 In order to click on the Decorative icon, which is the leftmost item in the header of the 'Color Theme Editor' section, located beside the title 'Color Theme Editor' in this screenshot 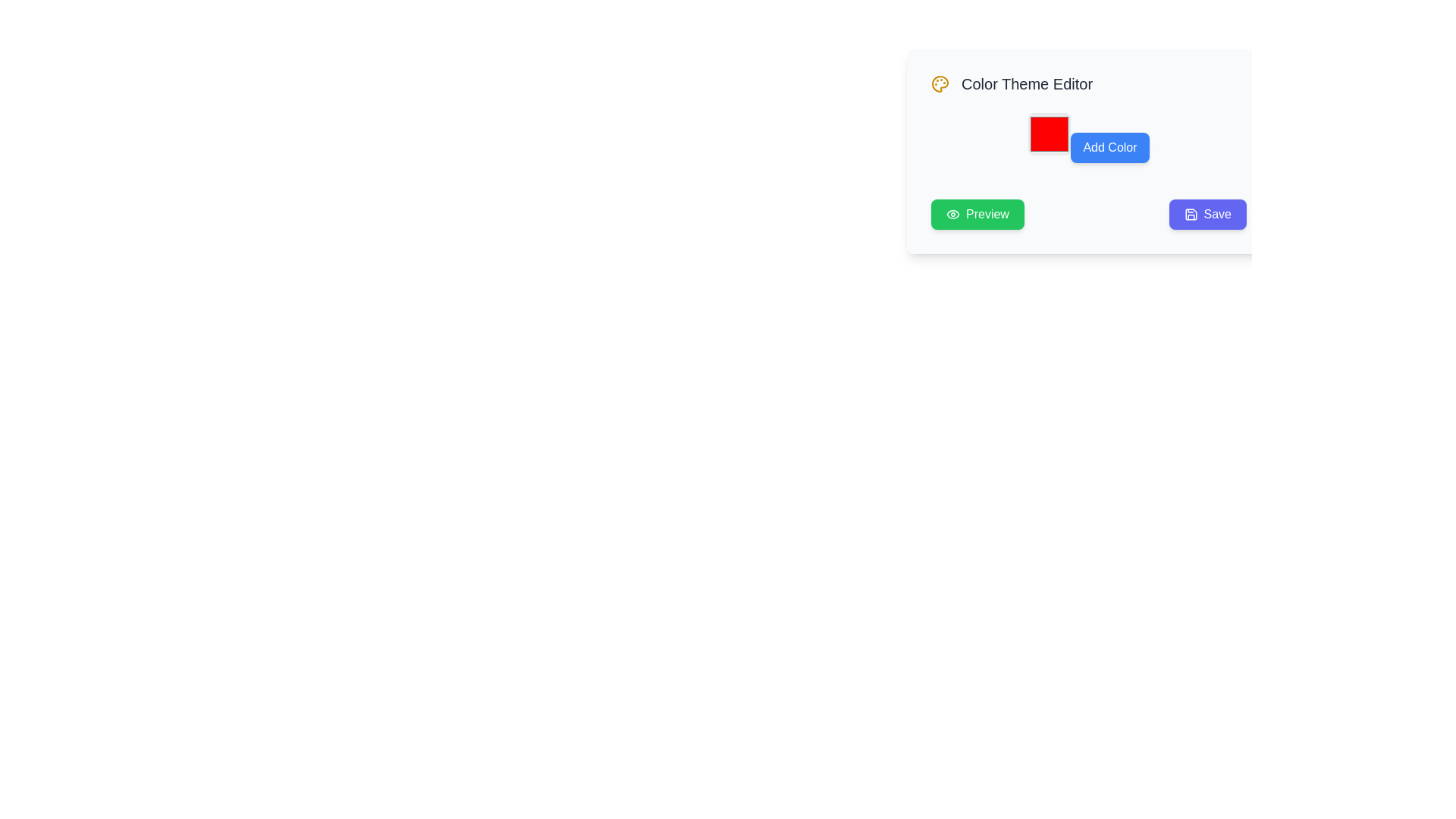, I will do `click(939, 84)`.